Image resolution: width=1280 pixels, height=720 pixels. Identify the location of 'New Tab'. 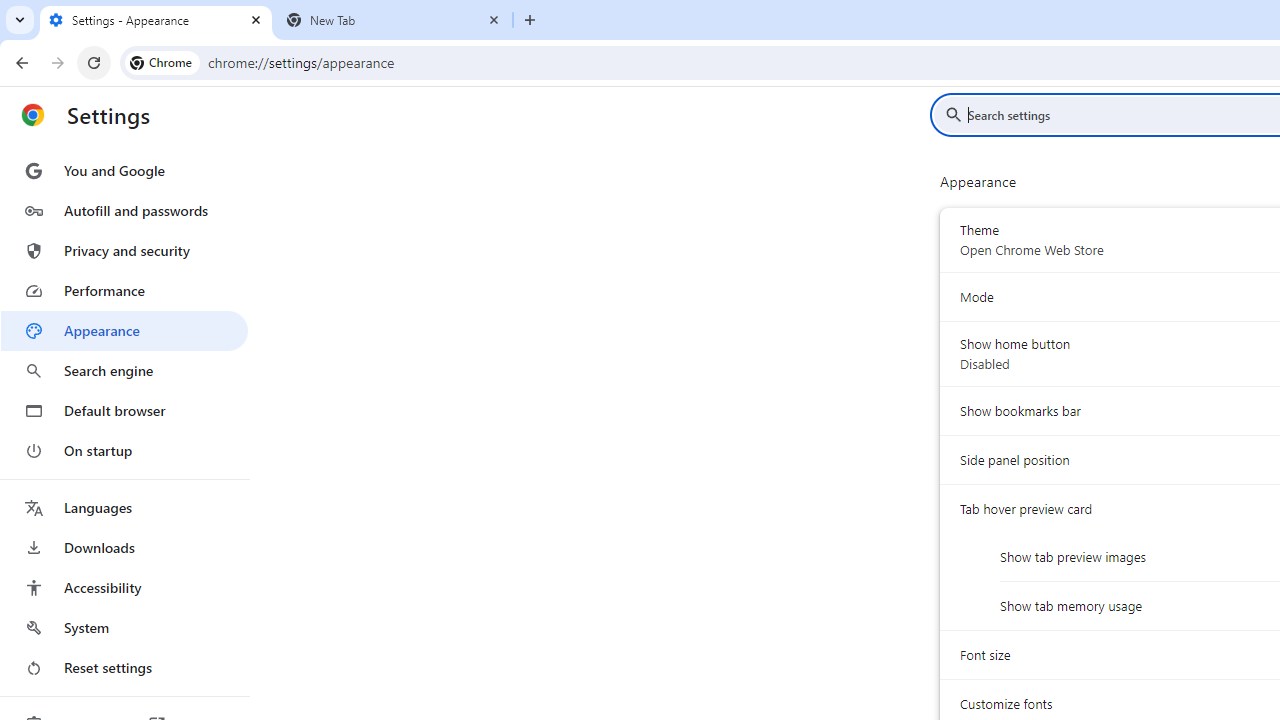
(394, 20).